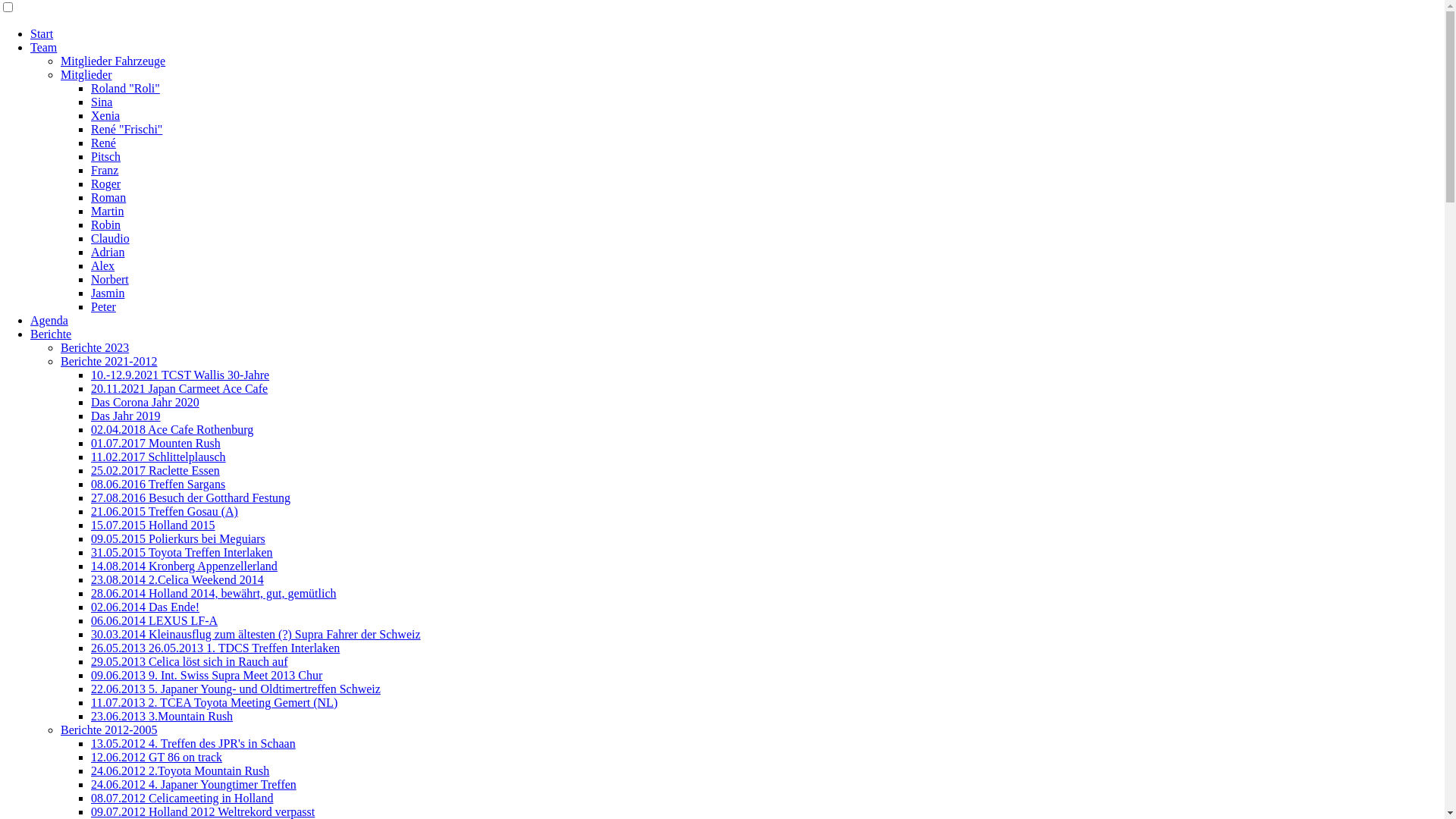  I want to click on 'Das Corona Jahr 2020', so click(90, 401).